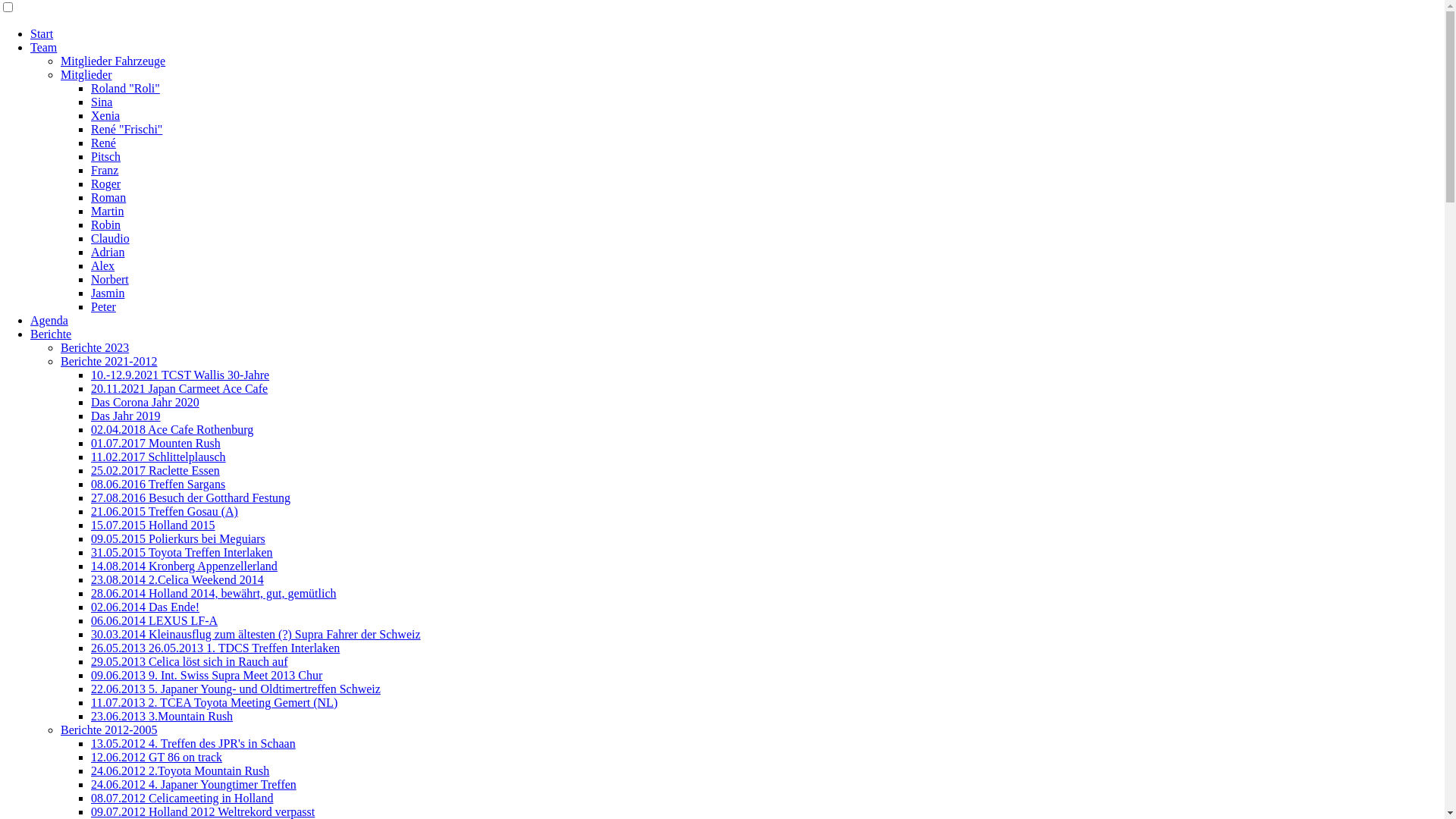  I want to click on 'Das Corona Jahr 2020', so click(90, 401).